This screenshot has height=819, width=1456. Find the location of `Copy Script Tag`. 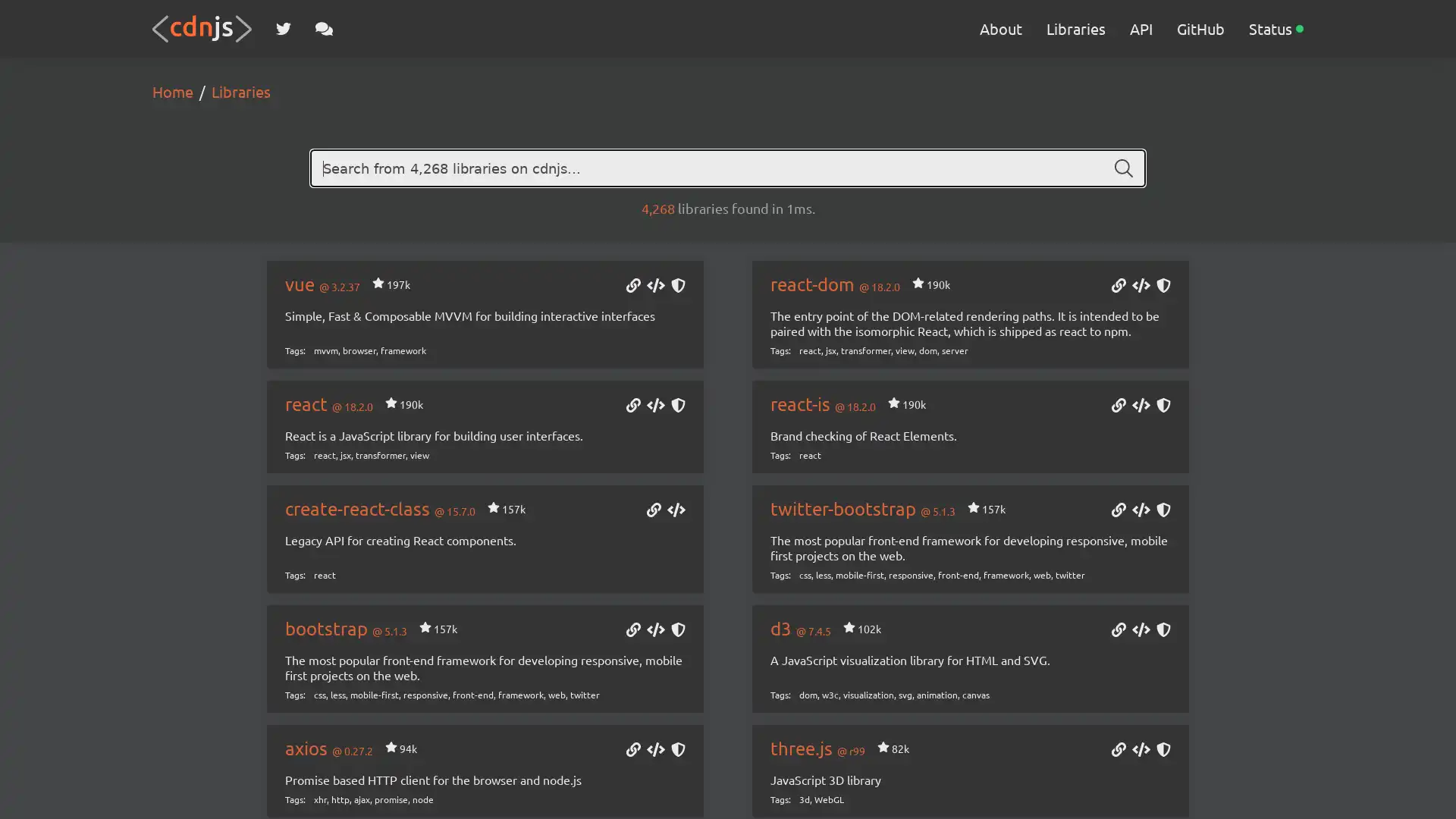

Copy Script Tag is located at coordinates (1140, 511).